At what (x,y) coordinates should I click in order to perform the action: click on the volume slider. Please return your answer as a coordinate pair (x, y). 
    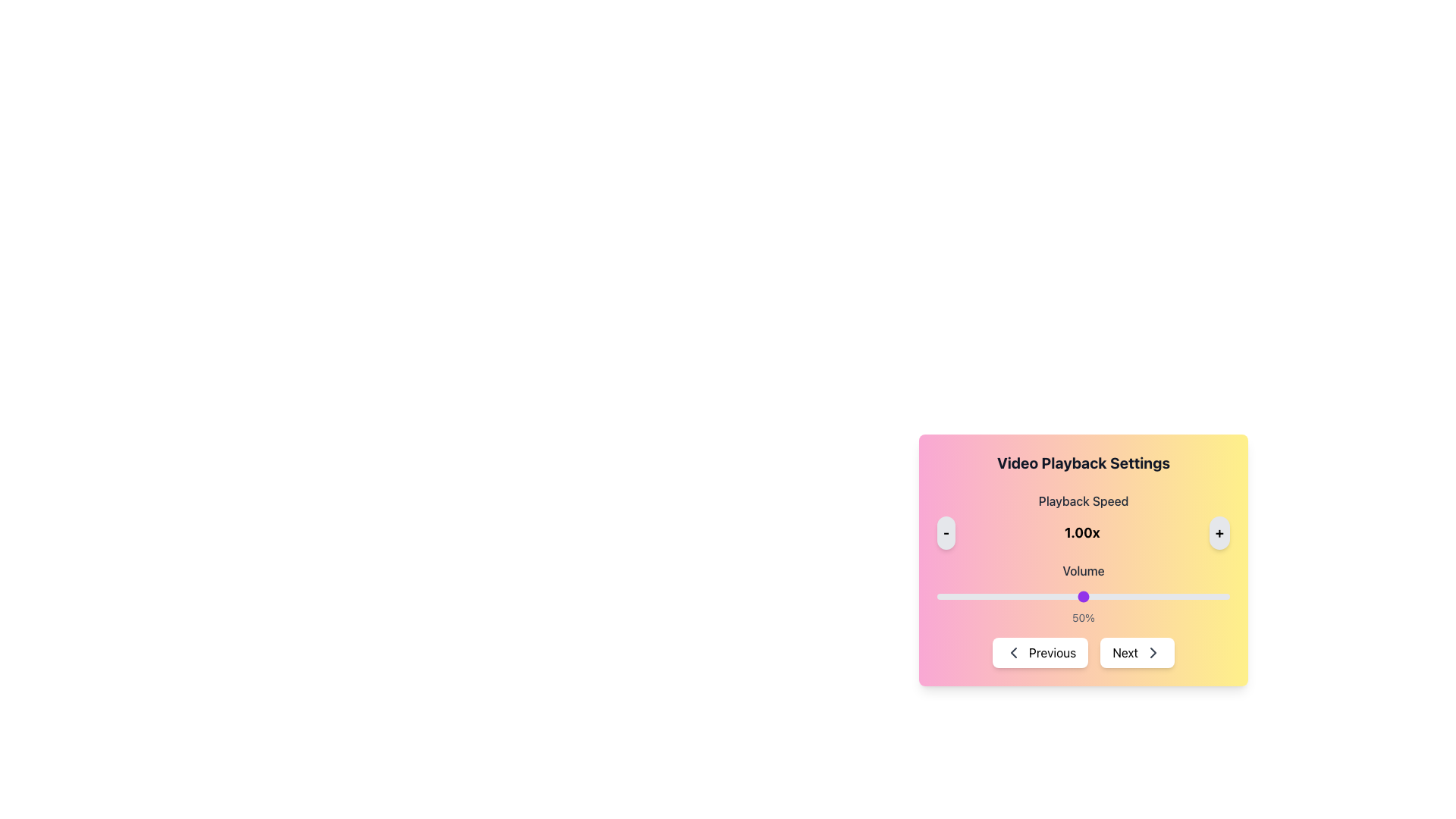
    Looking at the image, I should click on (1028, 595).